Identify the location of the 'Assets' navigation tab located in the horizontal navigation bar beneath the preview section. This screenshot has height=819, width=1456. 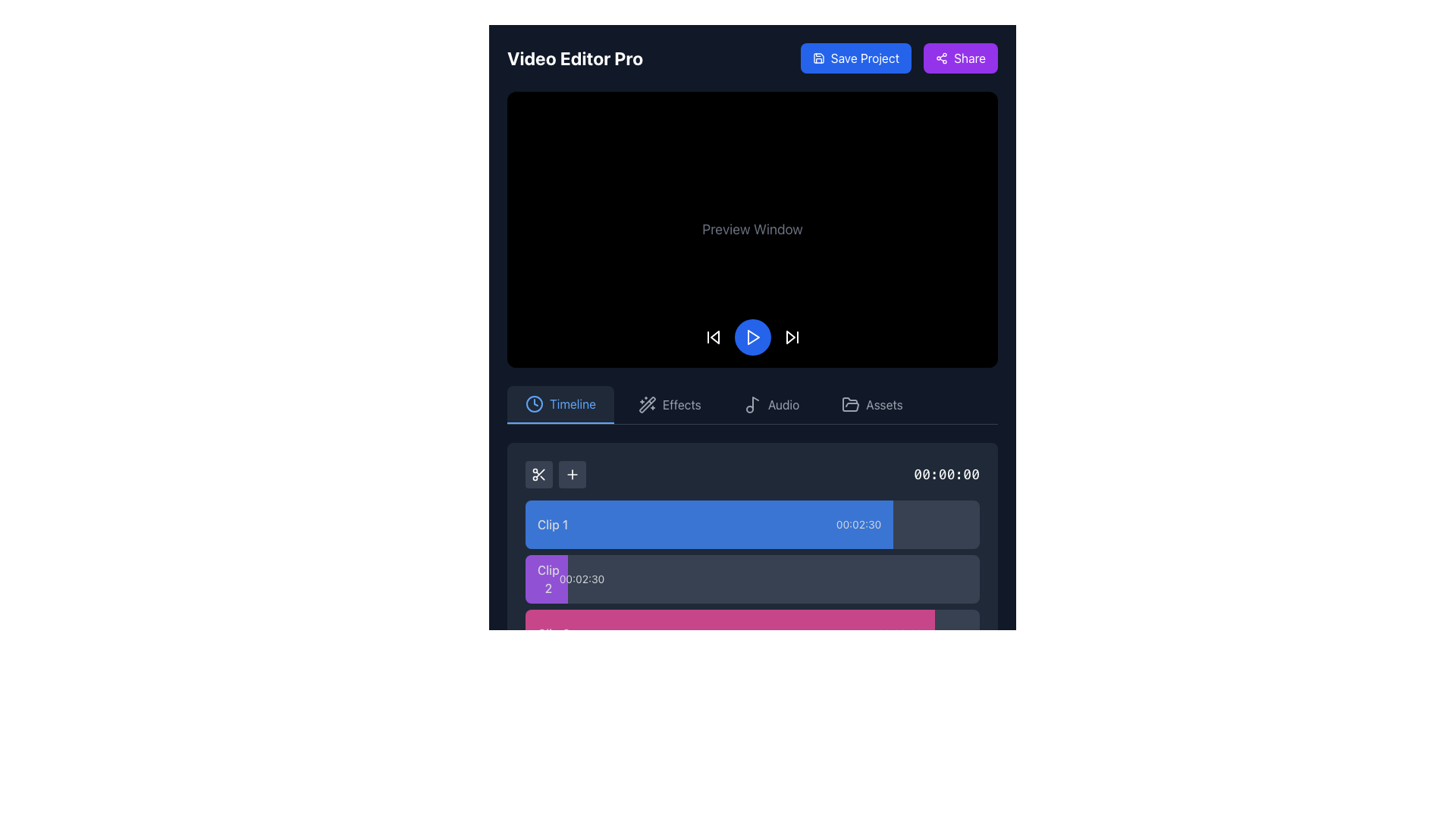
(872, 403).